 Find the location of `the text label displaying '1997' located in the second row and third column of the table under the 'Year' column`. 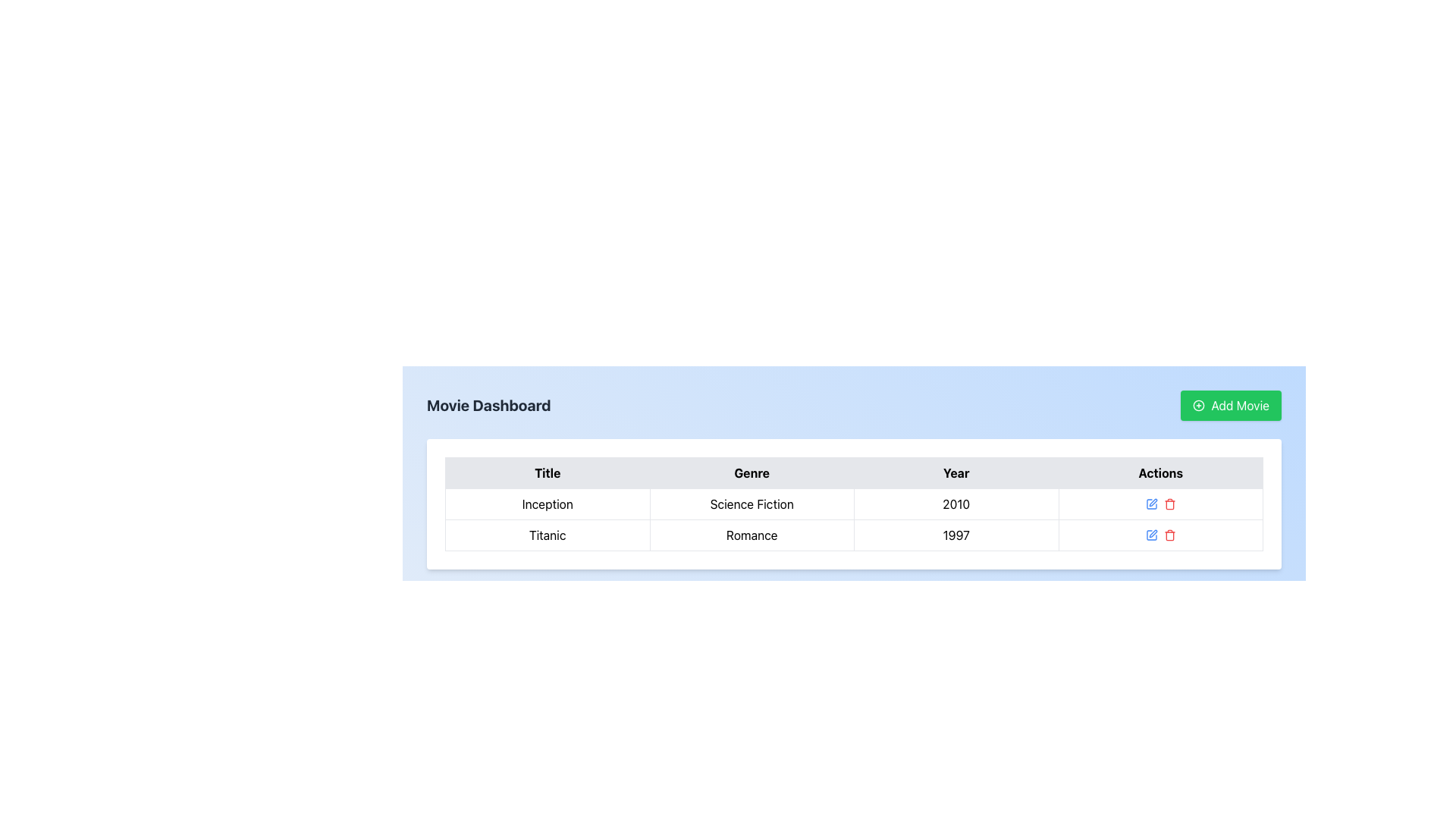

the text label displaying '1997' located in the second row and third column of the table under the 'Year' column is located at coordinates (955, 534).